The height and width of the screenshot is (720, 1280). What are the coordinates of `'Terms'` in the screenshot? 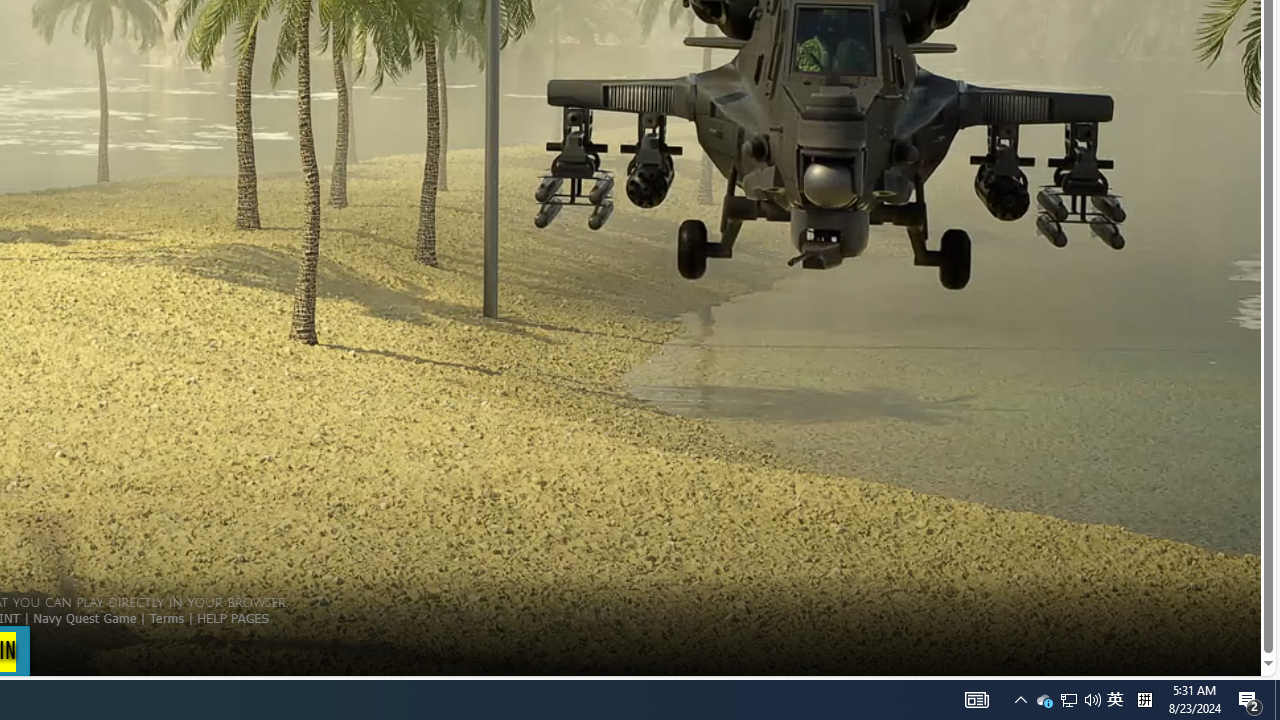 It's located at (167, 616).